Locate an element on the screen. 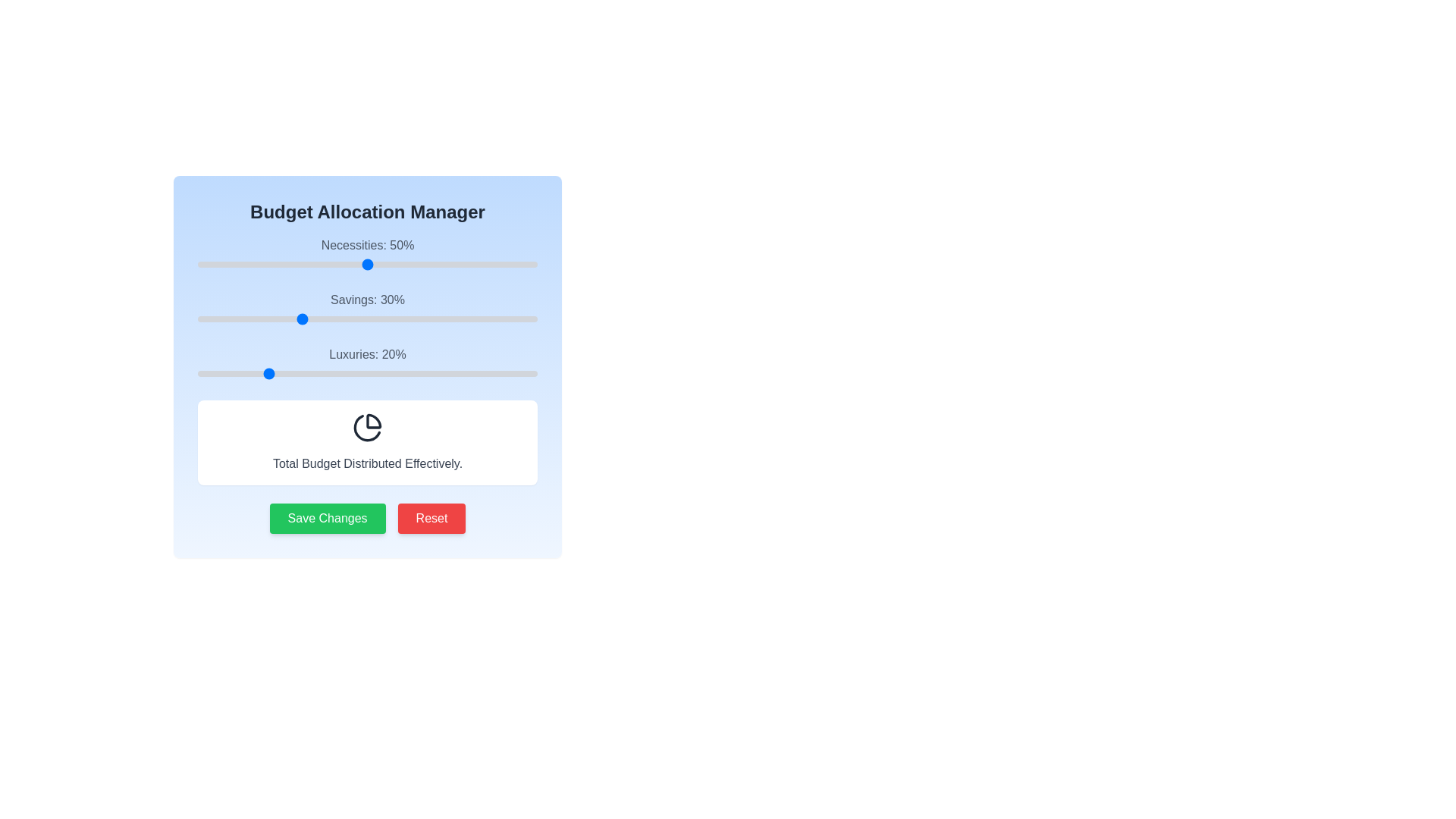 This screenshot has width=1456, height=819. the savings percentage is located at coordinates (524, 318).